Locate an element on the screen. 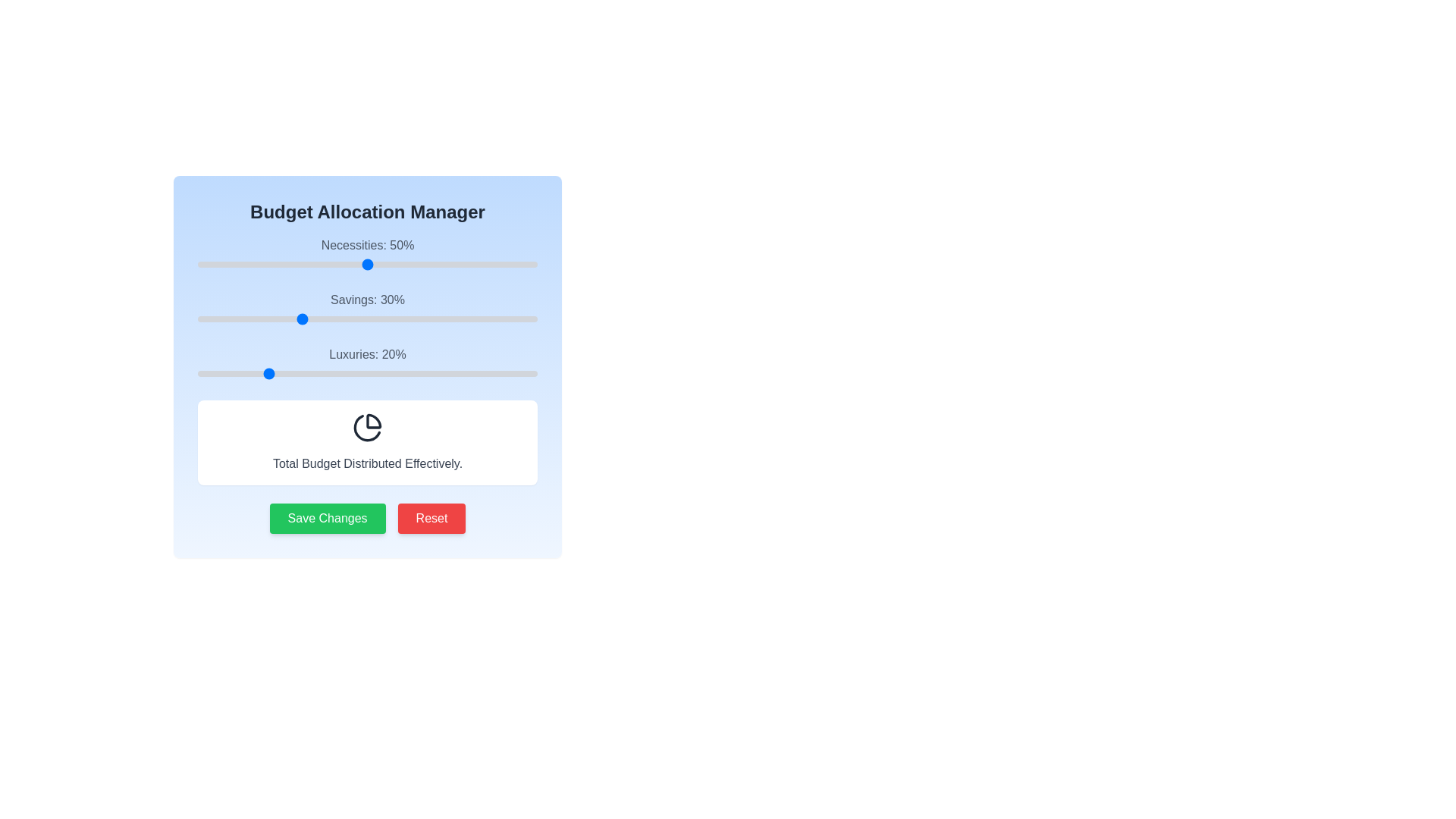 This screenshot has width=1456, height=819. the savings percentage is located at coordinates (524, 318).